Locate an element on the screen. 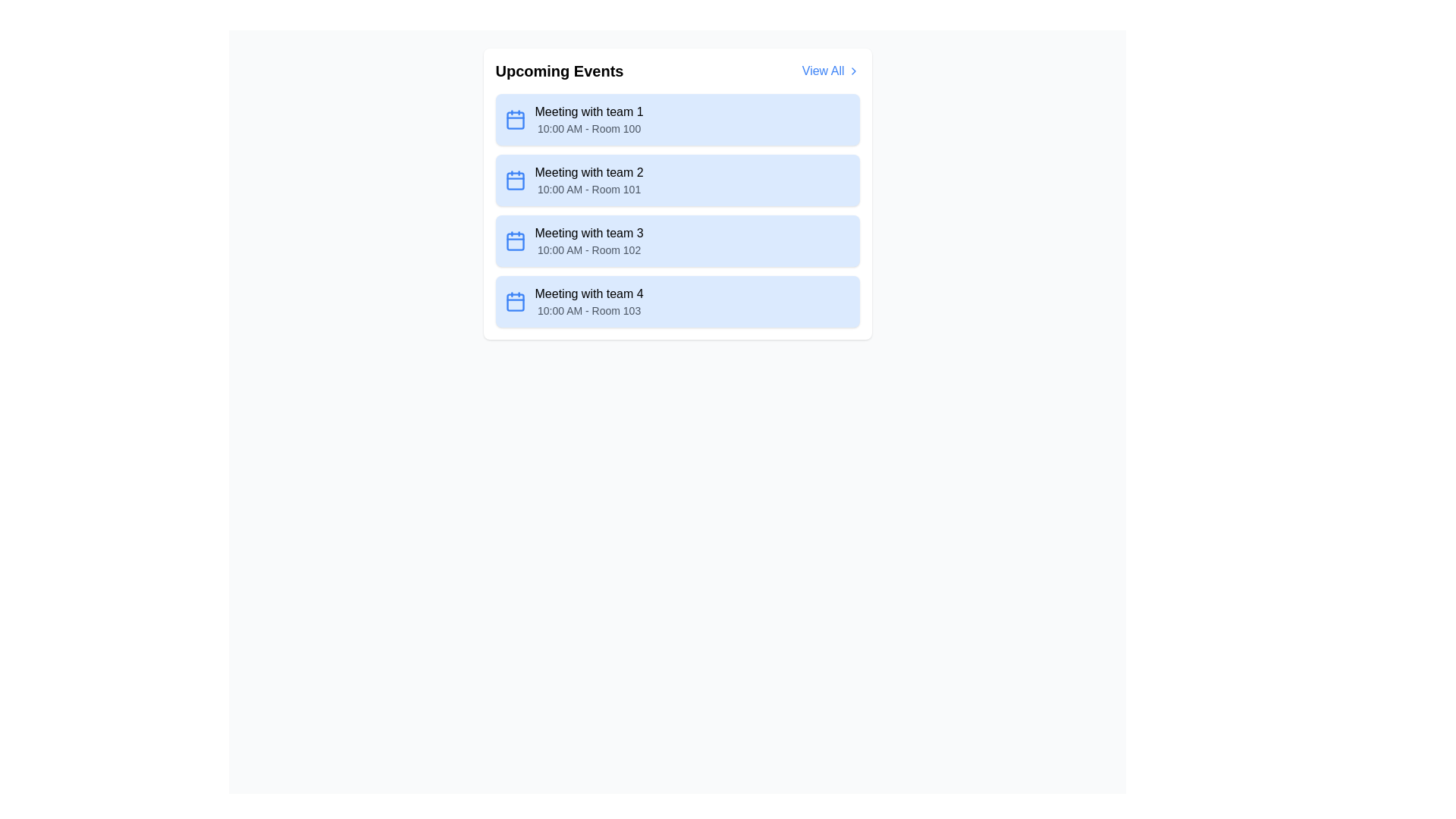 The height and width of the screenshot is (819, 1456). the fourth list item displaying 'Meeting with team 4' scheduled for '10:00 AM - Room 103' under 'Upcoming Events' is located at coordinates (676, 301).